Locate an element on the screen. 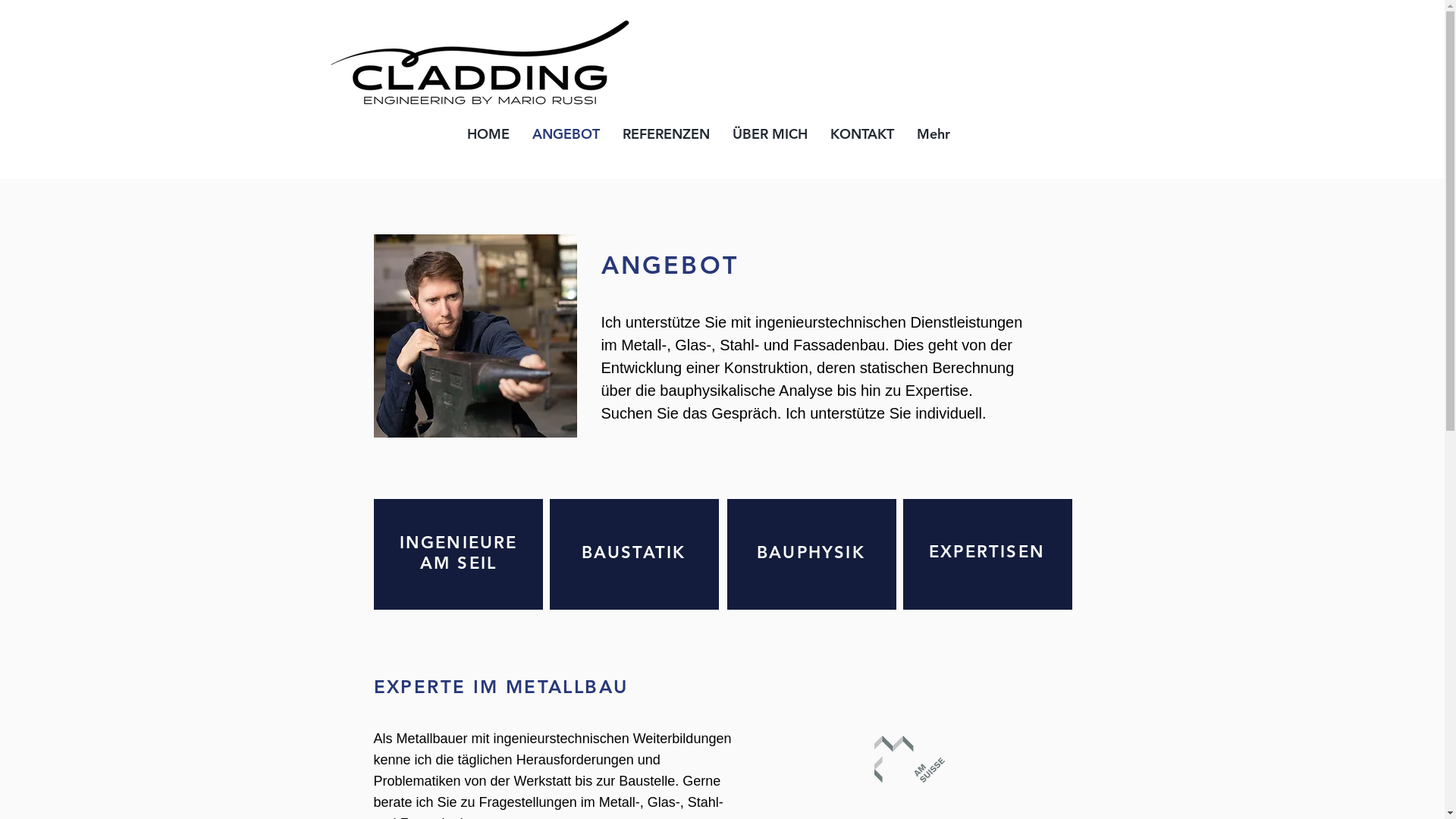 Image resolution: width=1456 pixels, height=819 pixels. 'EXPERTISEN' is located at coordinates (987, 551).